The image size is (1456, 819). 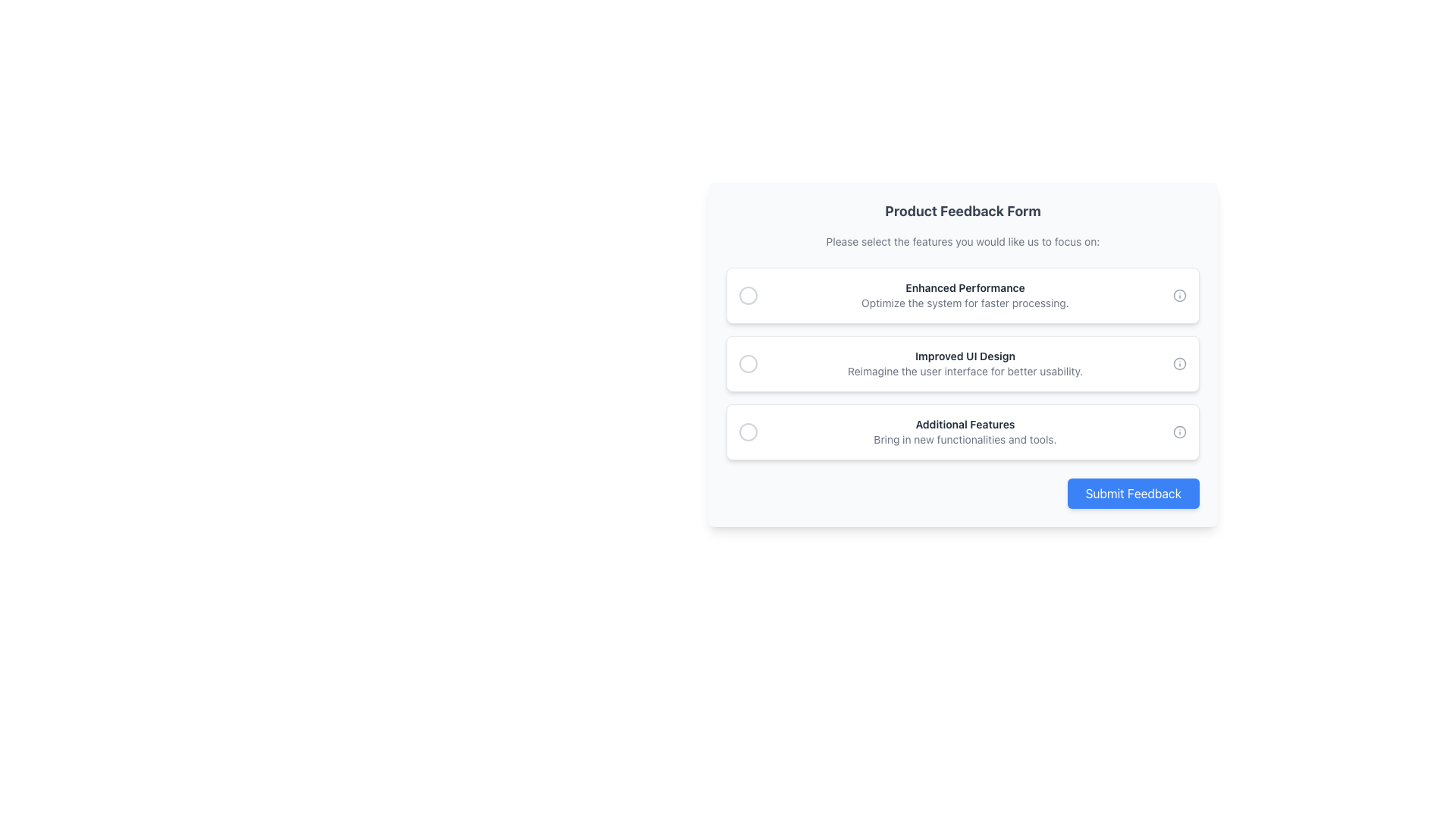 I want to click on the circular icon that provides additional information about the 'Improved UI Design' option, so click(x=1178, y=363).